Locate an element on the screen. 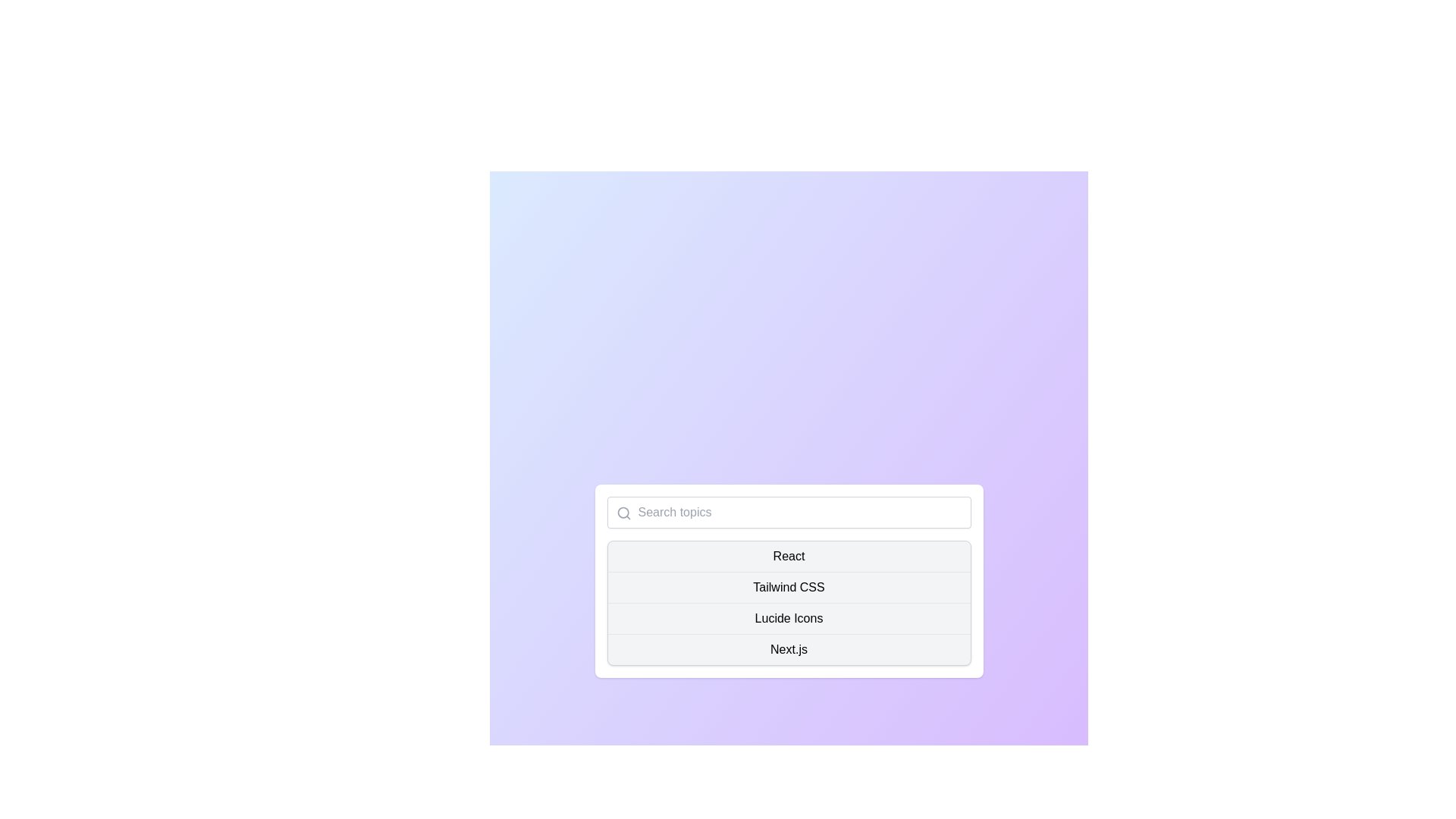  the first item in the dropdown list labeled 'React', which is styled with a modern sans-serif font and has a light gray background indicating interactivity is located at coordinates (789, 556).